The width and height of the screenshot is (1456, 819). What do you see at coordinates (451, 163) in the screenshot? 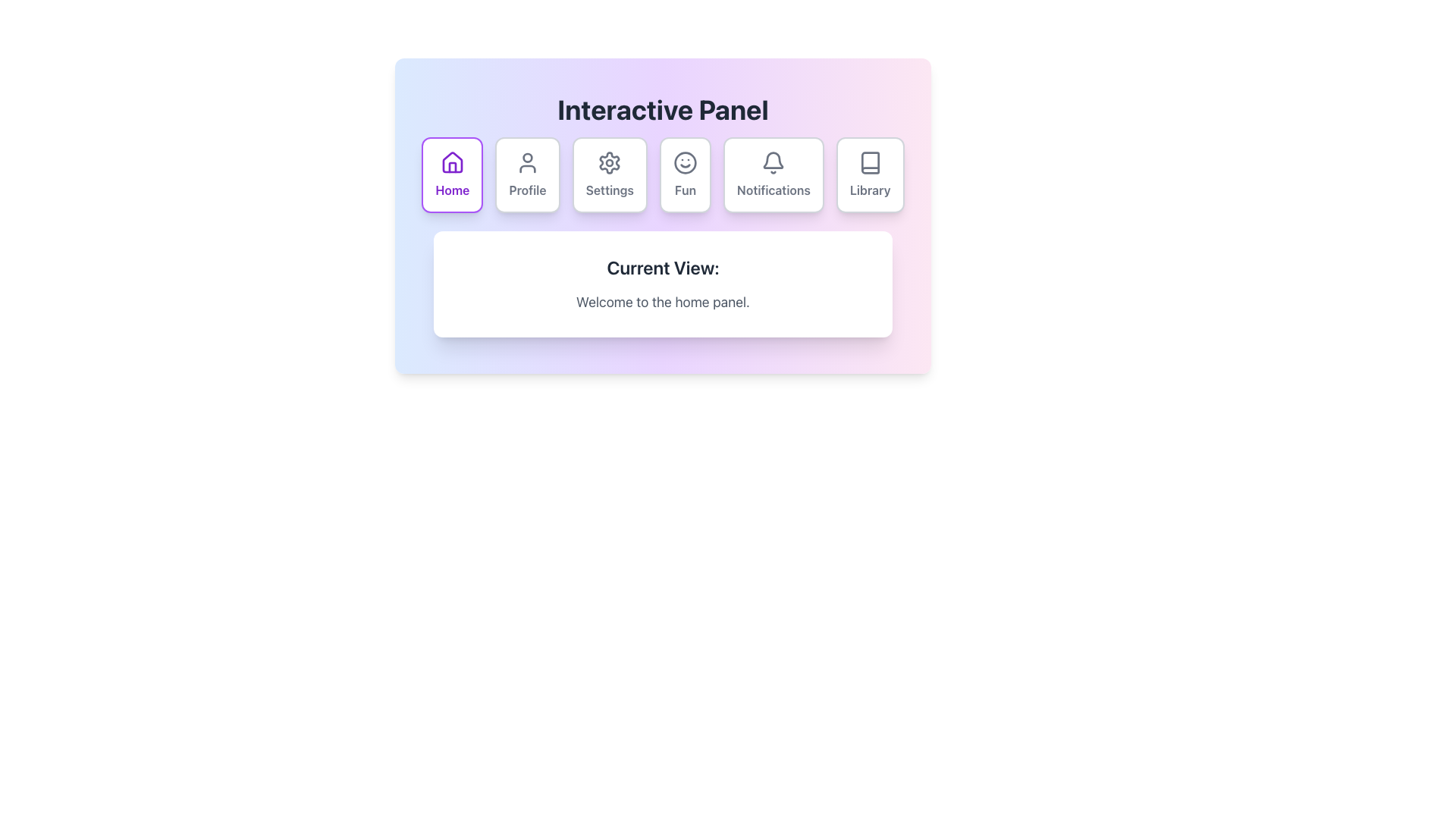
I see `the 'Home' icon located in the top-left corner of the interactive panel, which serves as a visual representation of the 'Home' function` at bounding box center [451, 163].